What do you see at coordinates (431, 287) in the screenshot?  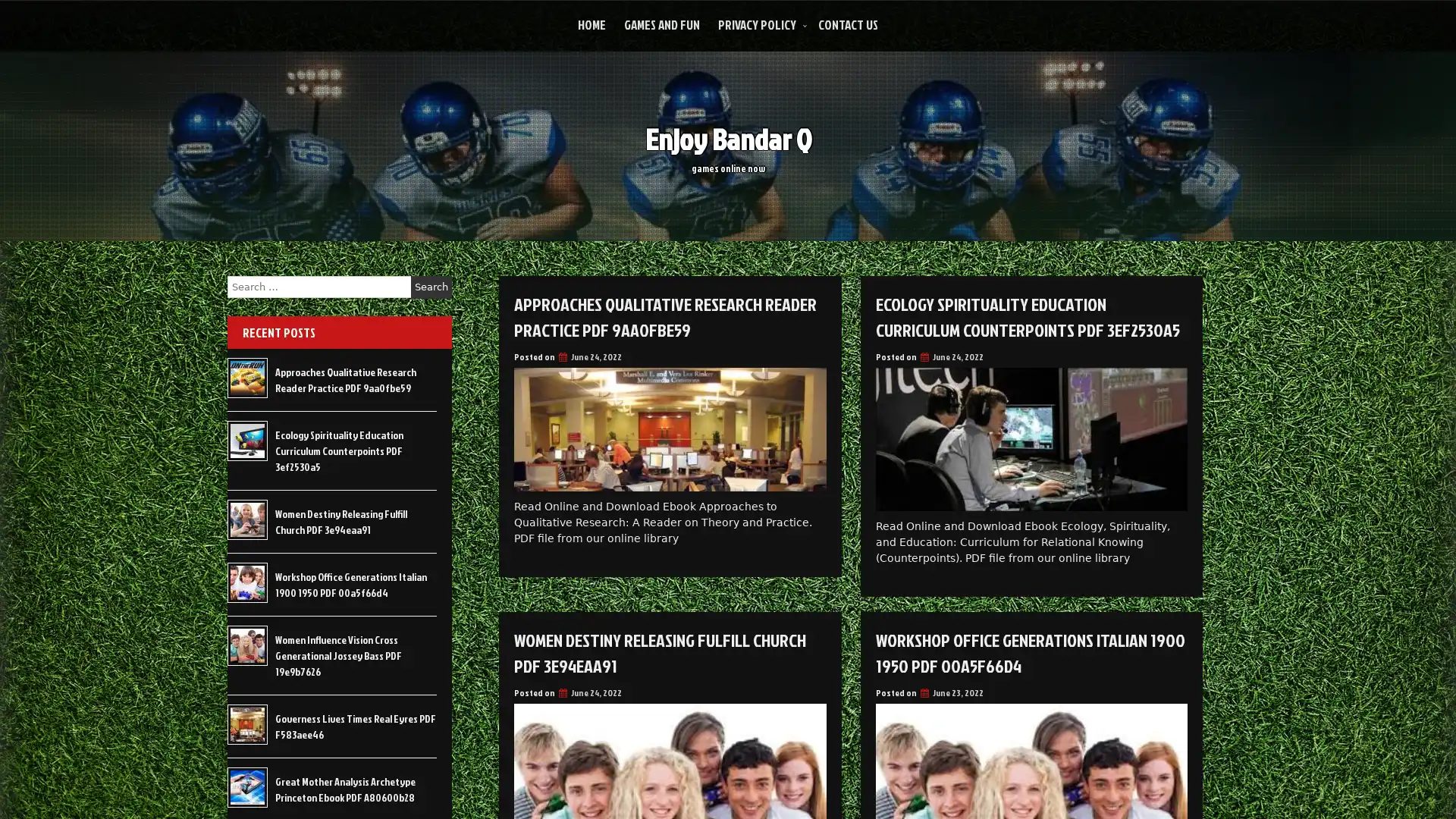 I see `Search` at bounding box center [431, 287].